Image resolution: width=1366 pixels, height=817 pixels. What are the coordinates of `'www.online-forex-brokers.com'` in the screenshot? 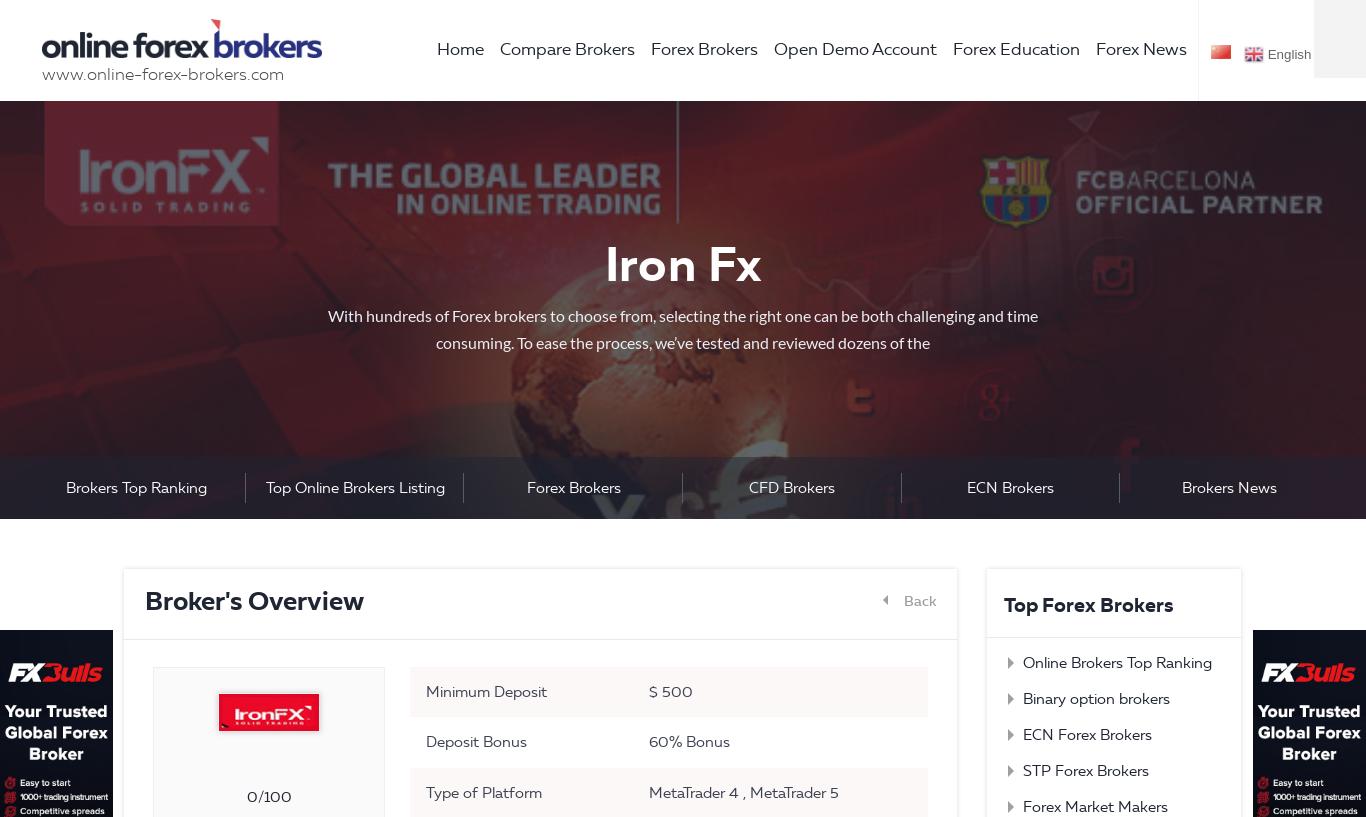 It's located at (161, 72).